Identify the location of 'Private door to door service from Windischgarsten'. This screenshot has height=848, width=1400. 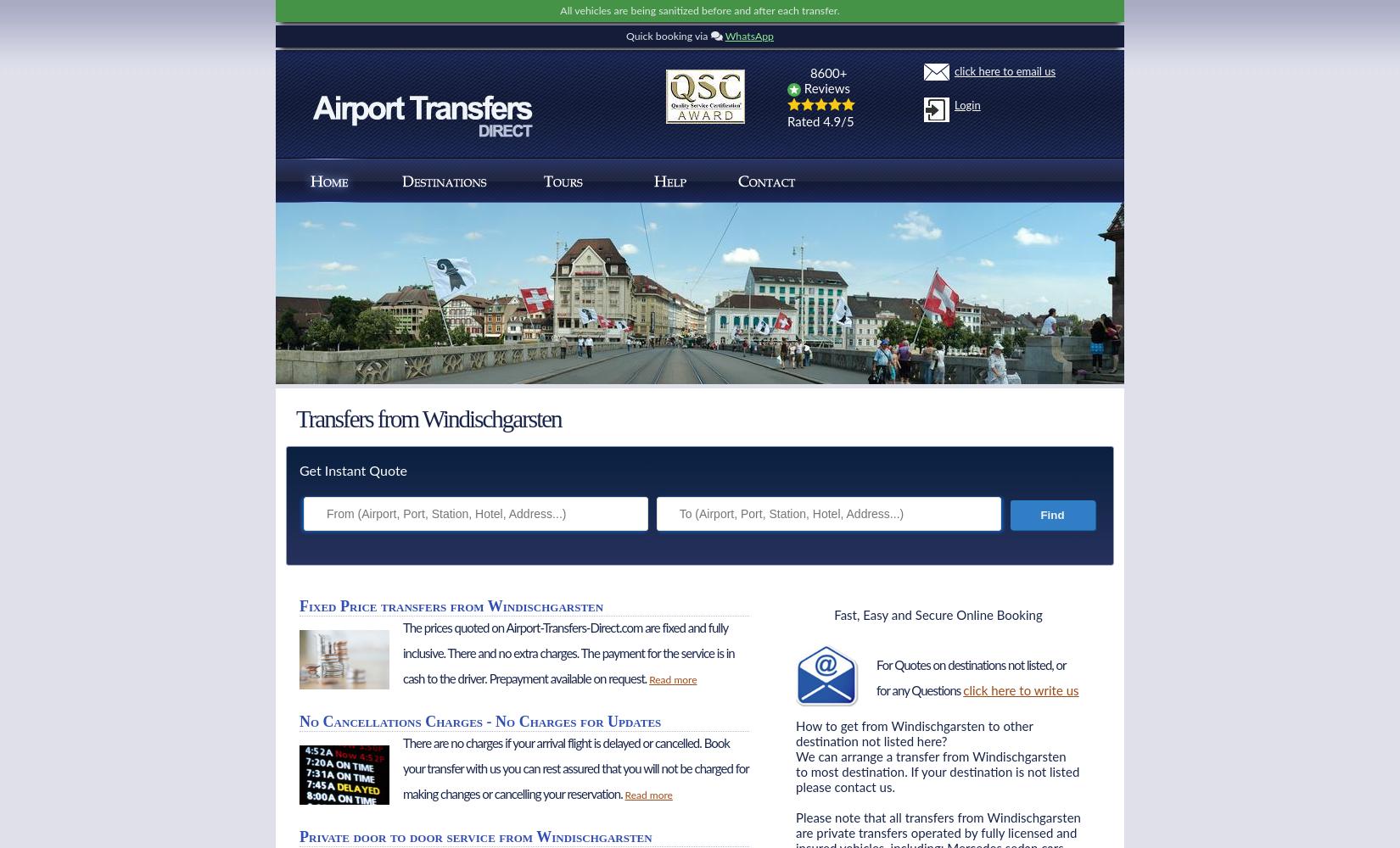
(474, 836).